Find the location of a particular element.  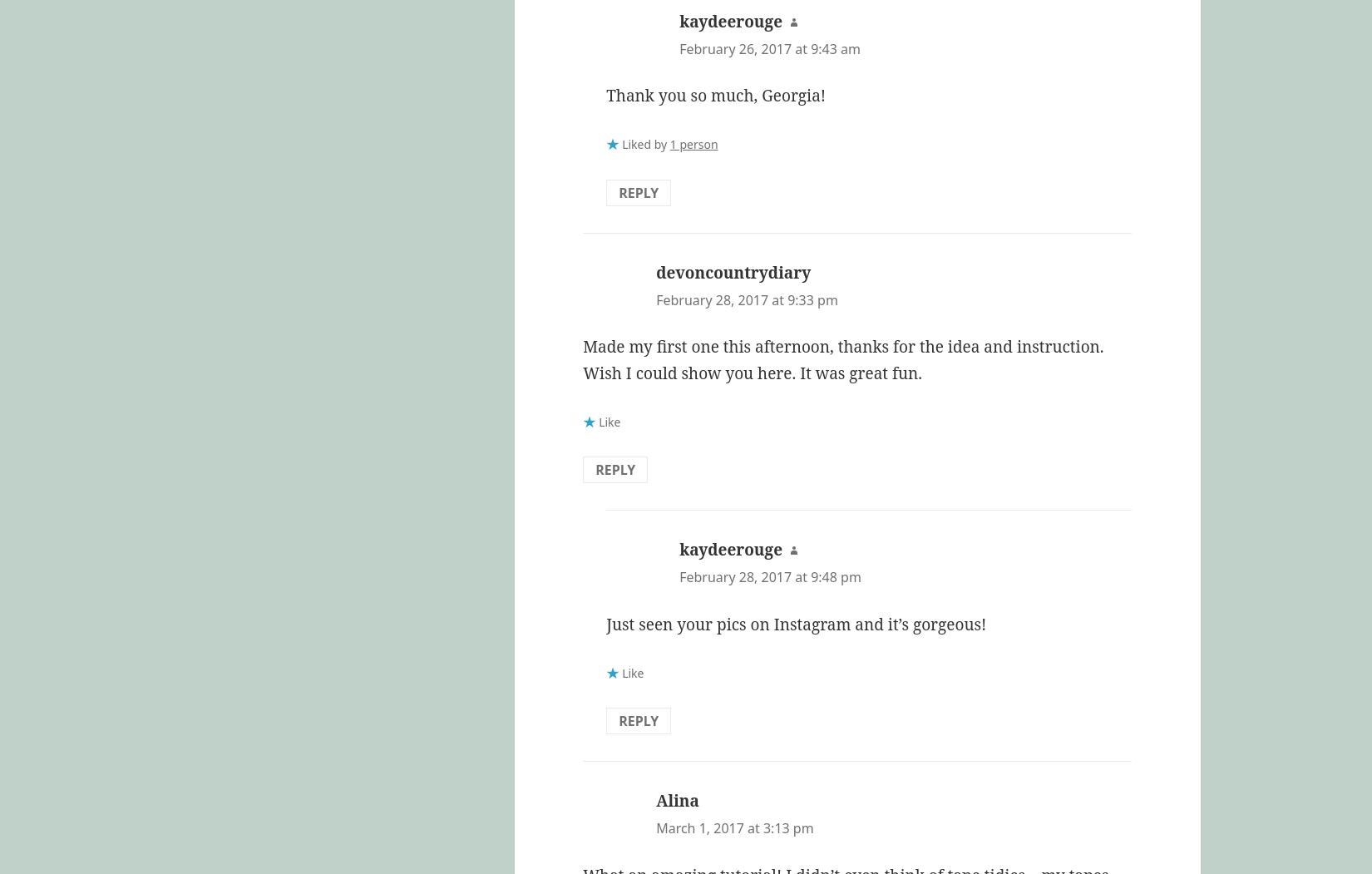

'Just seen your pics on Instagram and it’s gorgeous!' is located at coordinates (796, 623).